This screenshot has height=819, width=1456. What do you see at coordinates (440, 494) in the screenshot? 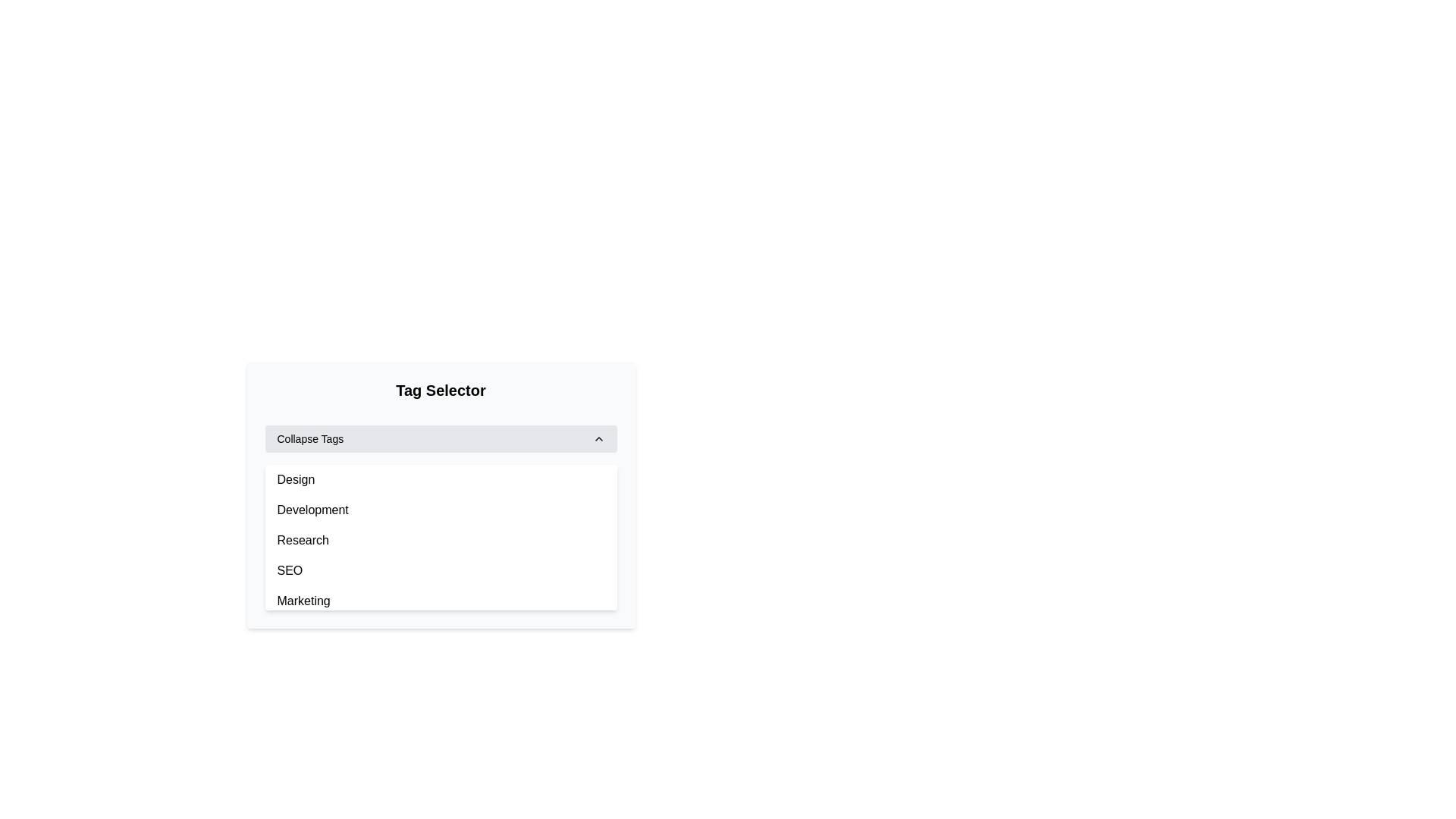
I see `a tag within the scrollable list` at bounding box center [440, 494].